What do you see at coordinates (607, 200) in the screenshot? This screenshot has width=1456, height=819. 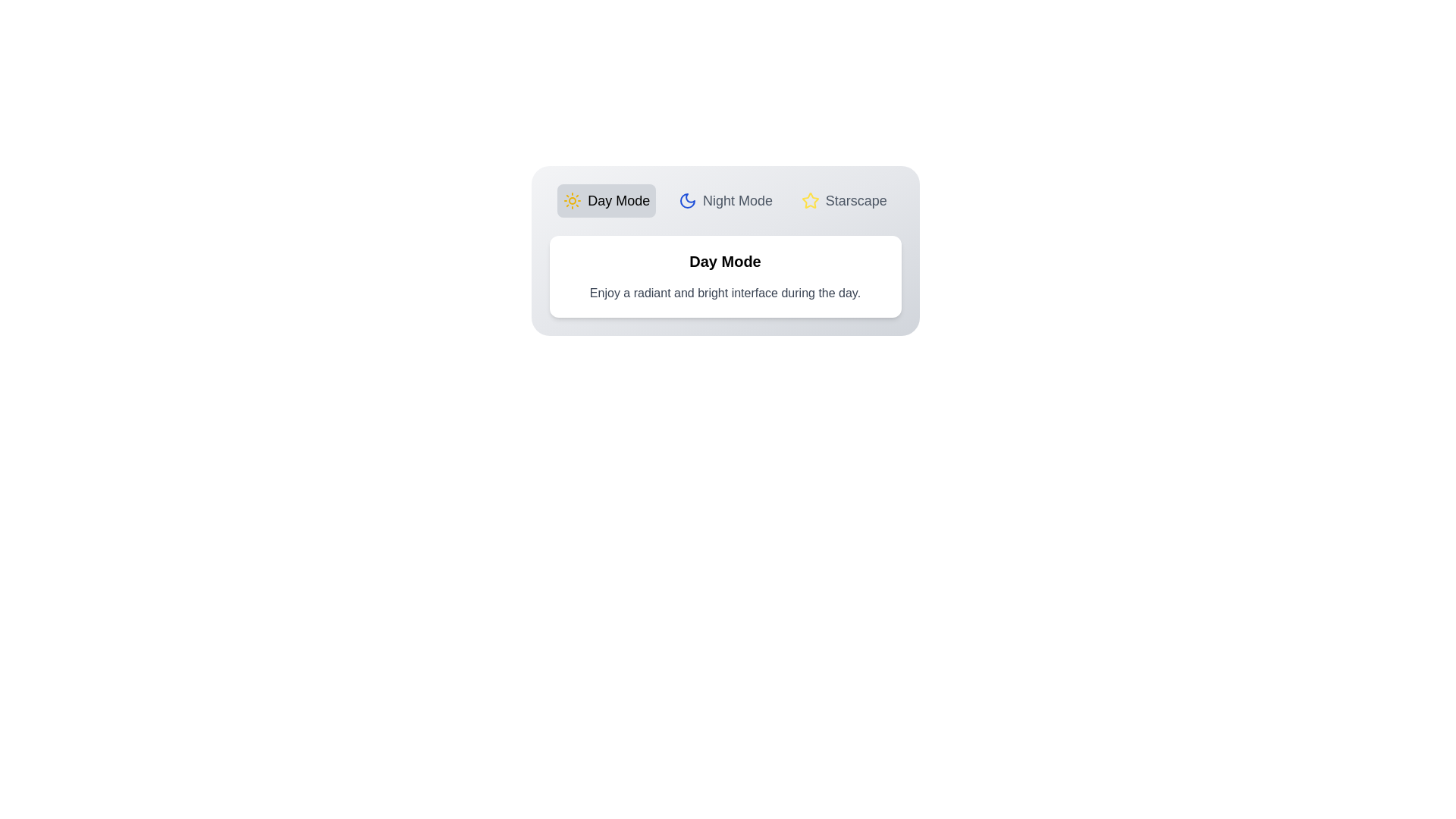 I see `the tab labeled Day Mode to observe its hover effect` at bounding box center [607, 200].